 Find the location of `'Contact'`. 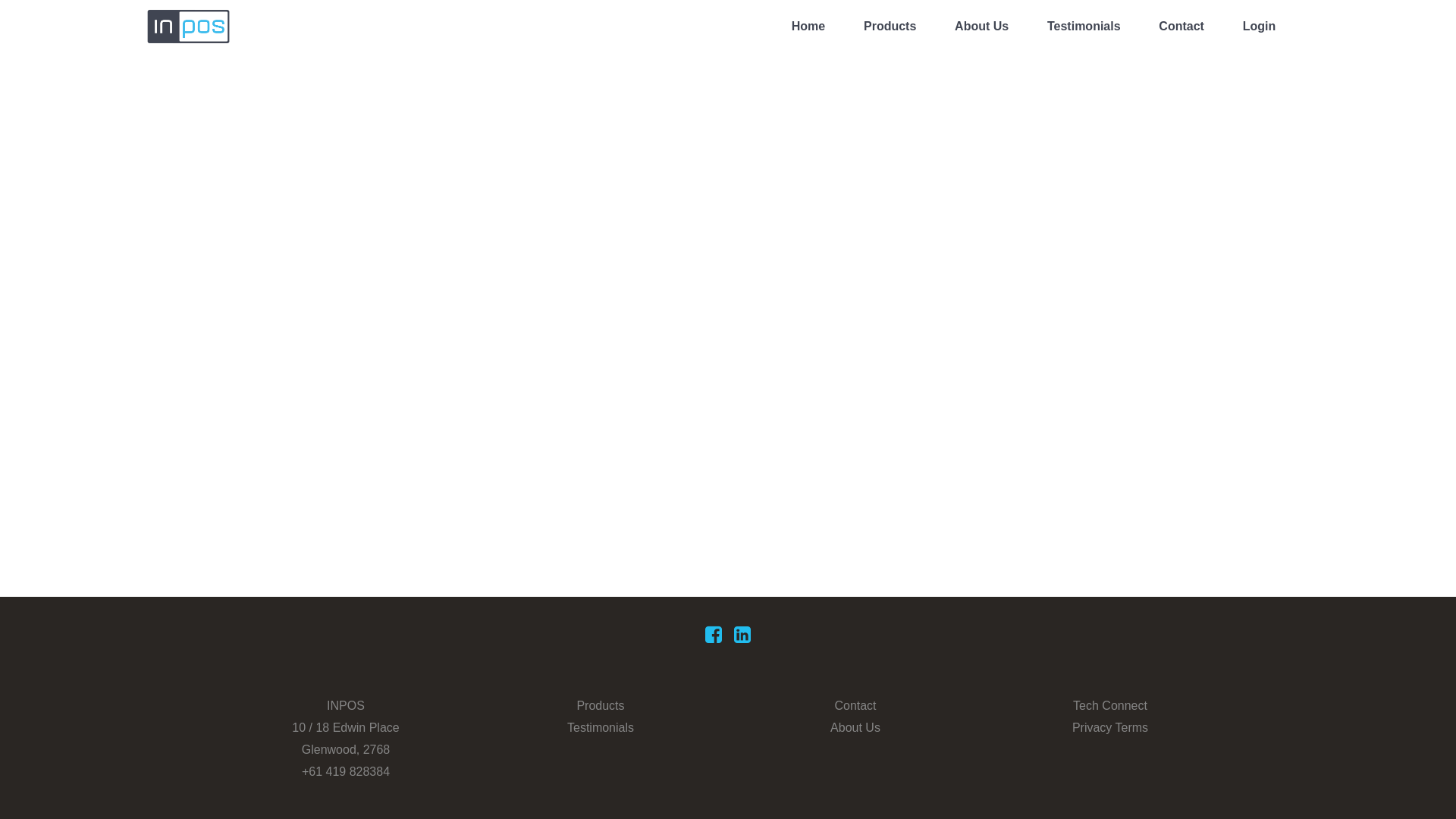

'Contact' is located at coordinates (855, 705).